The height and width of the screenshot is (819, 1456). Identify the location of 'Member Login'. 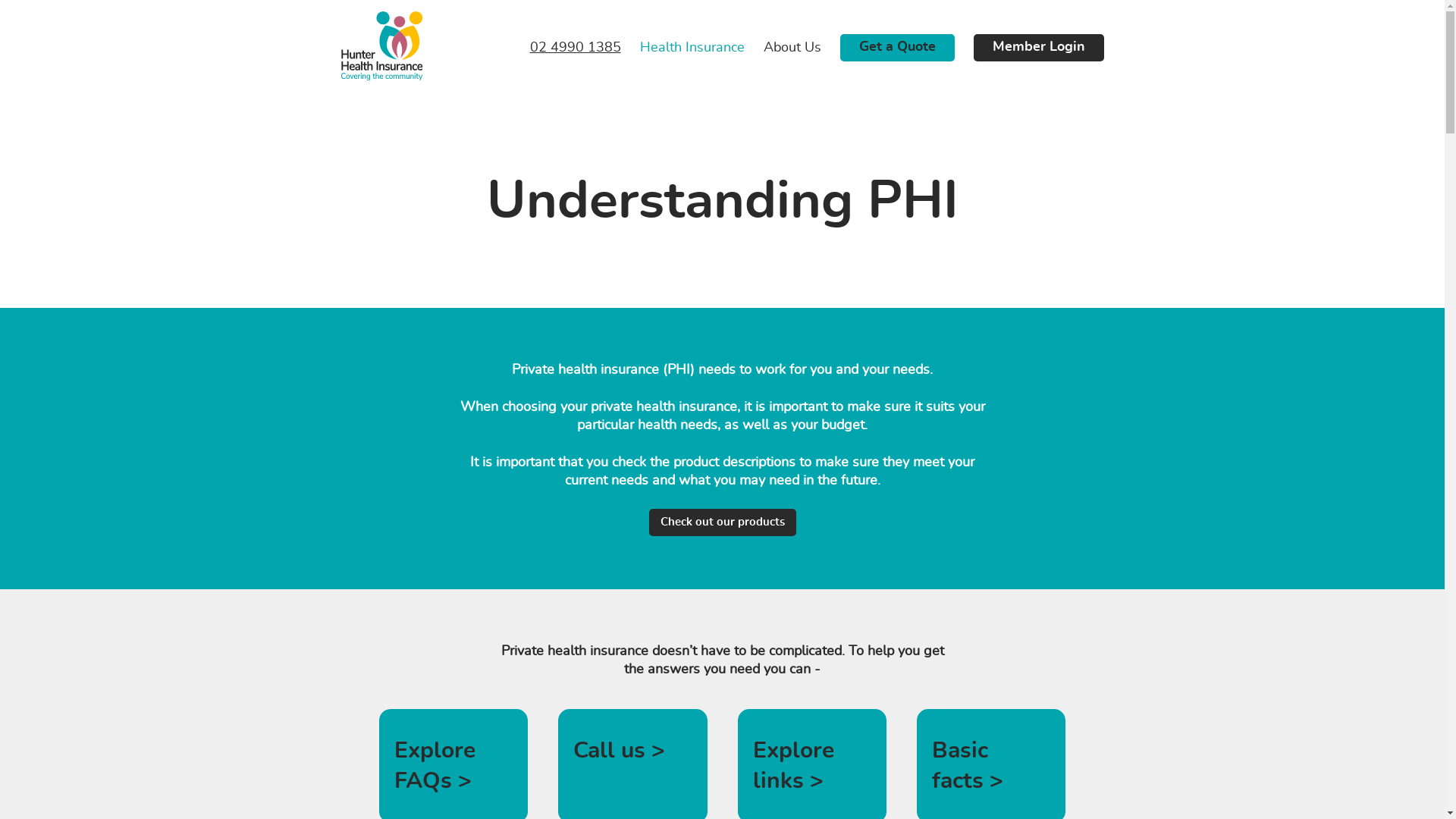
(1037, 45).